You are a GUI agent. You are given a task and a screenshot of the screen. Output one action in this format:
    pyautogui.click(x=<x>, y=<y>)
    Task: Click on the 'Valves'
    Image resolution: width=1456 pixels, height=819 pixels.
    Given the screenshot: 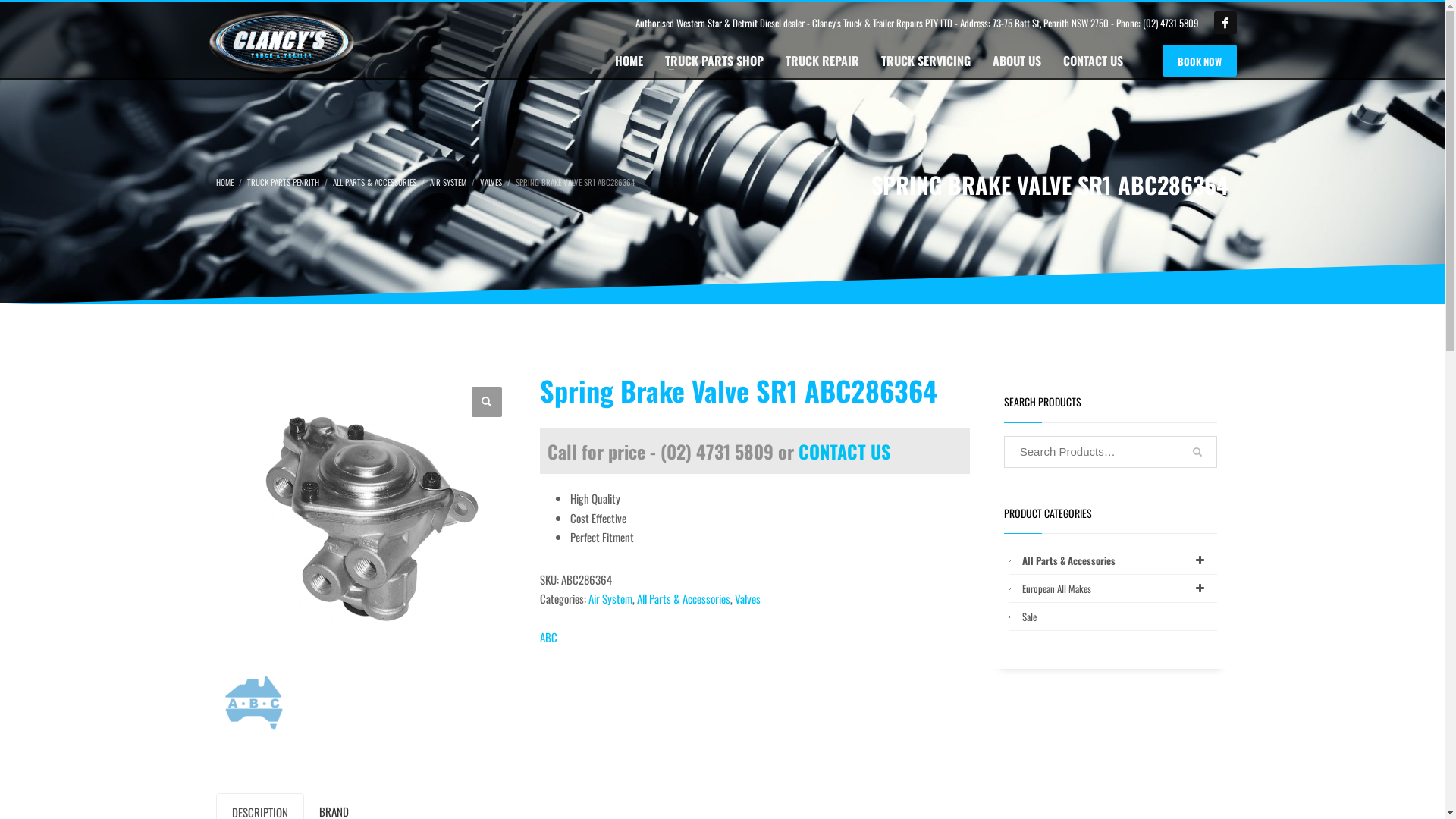 What is the action you would take?
    pyautogui.click(x=735, y=598)
    